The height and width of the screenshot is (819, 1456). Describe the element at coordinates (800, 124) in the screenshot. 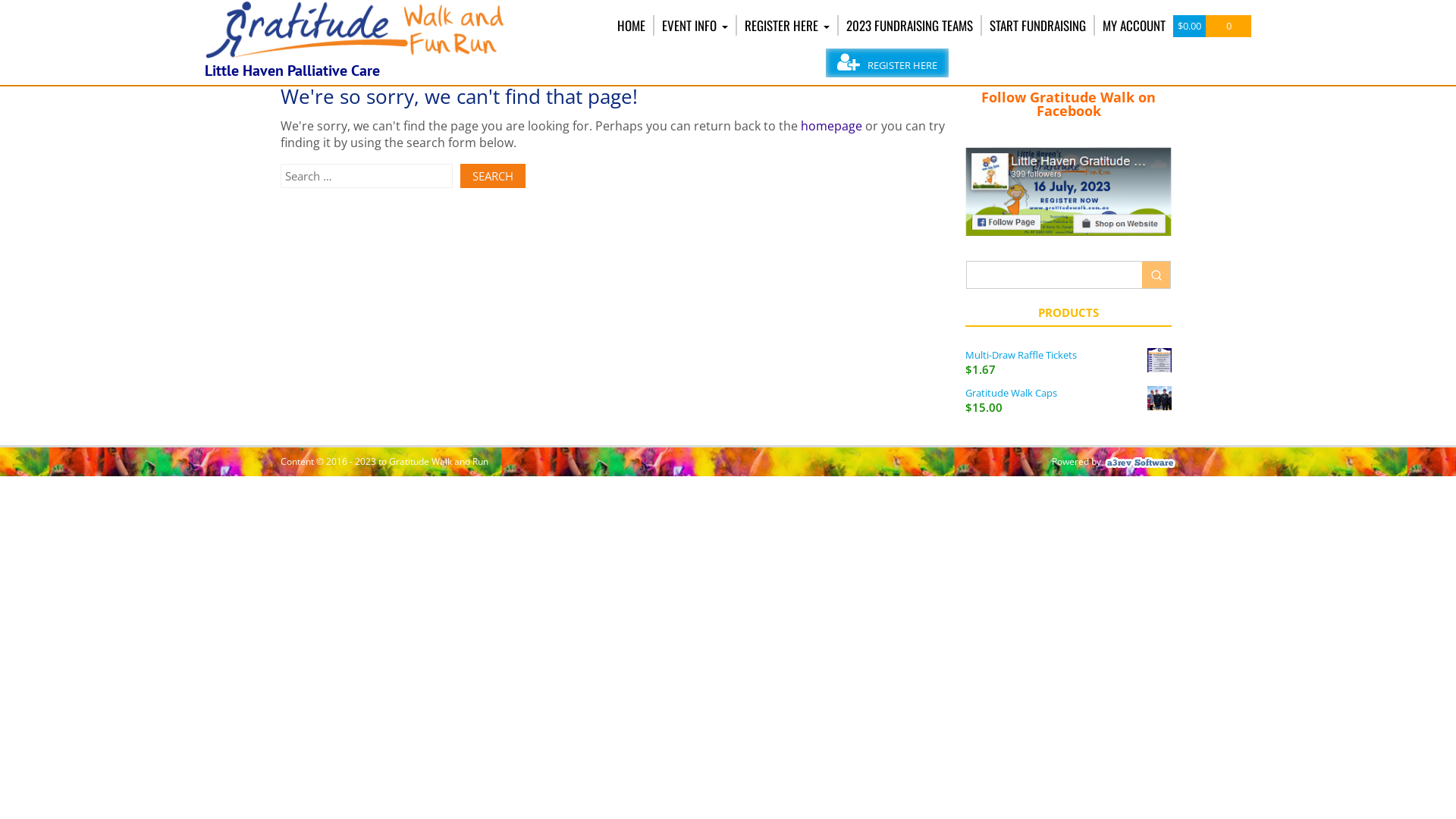

I see `'homepage'` at that location.